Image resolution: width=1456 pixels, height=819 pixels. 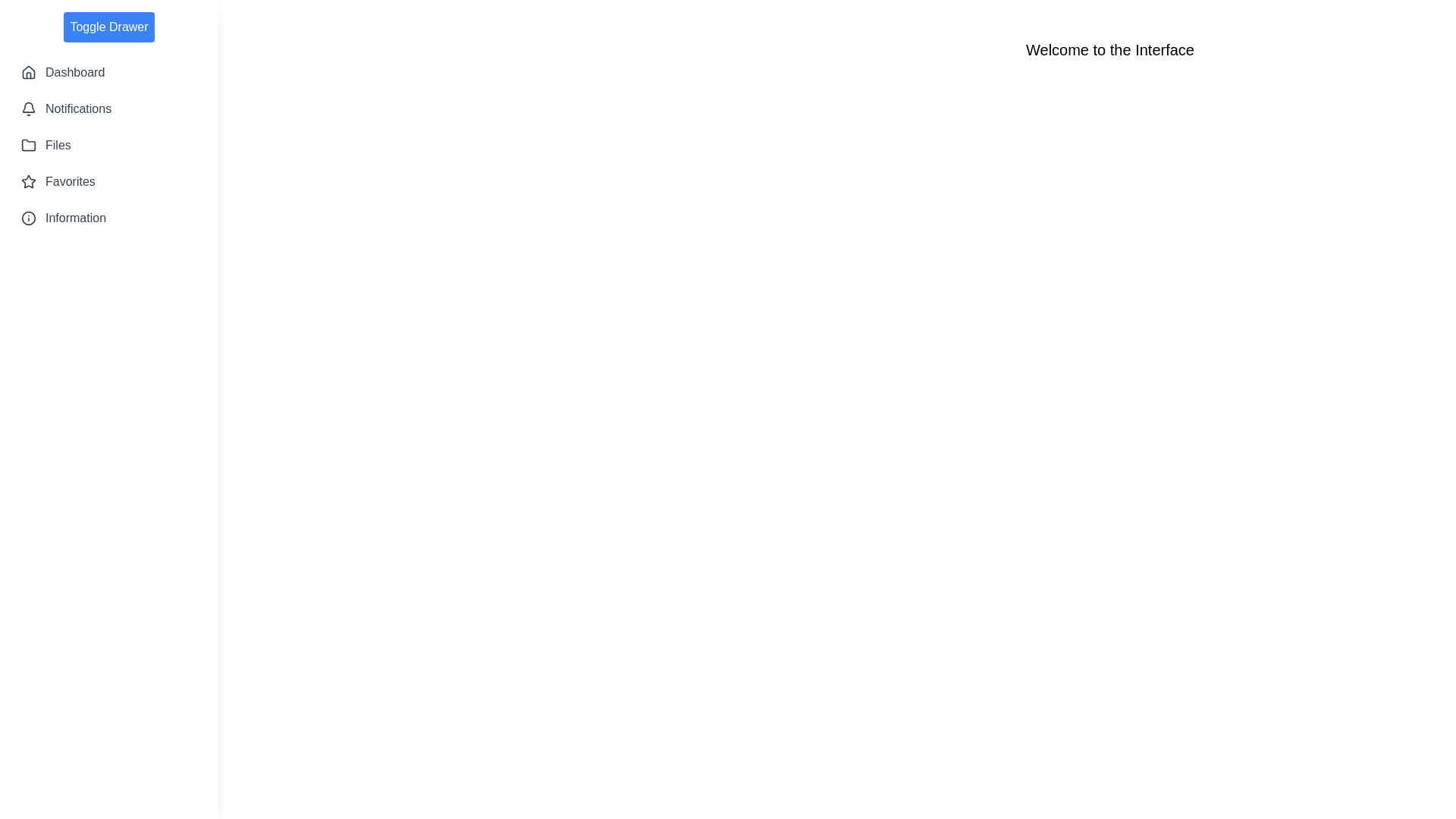 What do you see at coordinates (108, 27) in the screenshot?
I see `the 'Toggle Drawer' button to toggle the visibility of the sidebar` at bounding box center [108, 27].